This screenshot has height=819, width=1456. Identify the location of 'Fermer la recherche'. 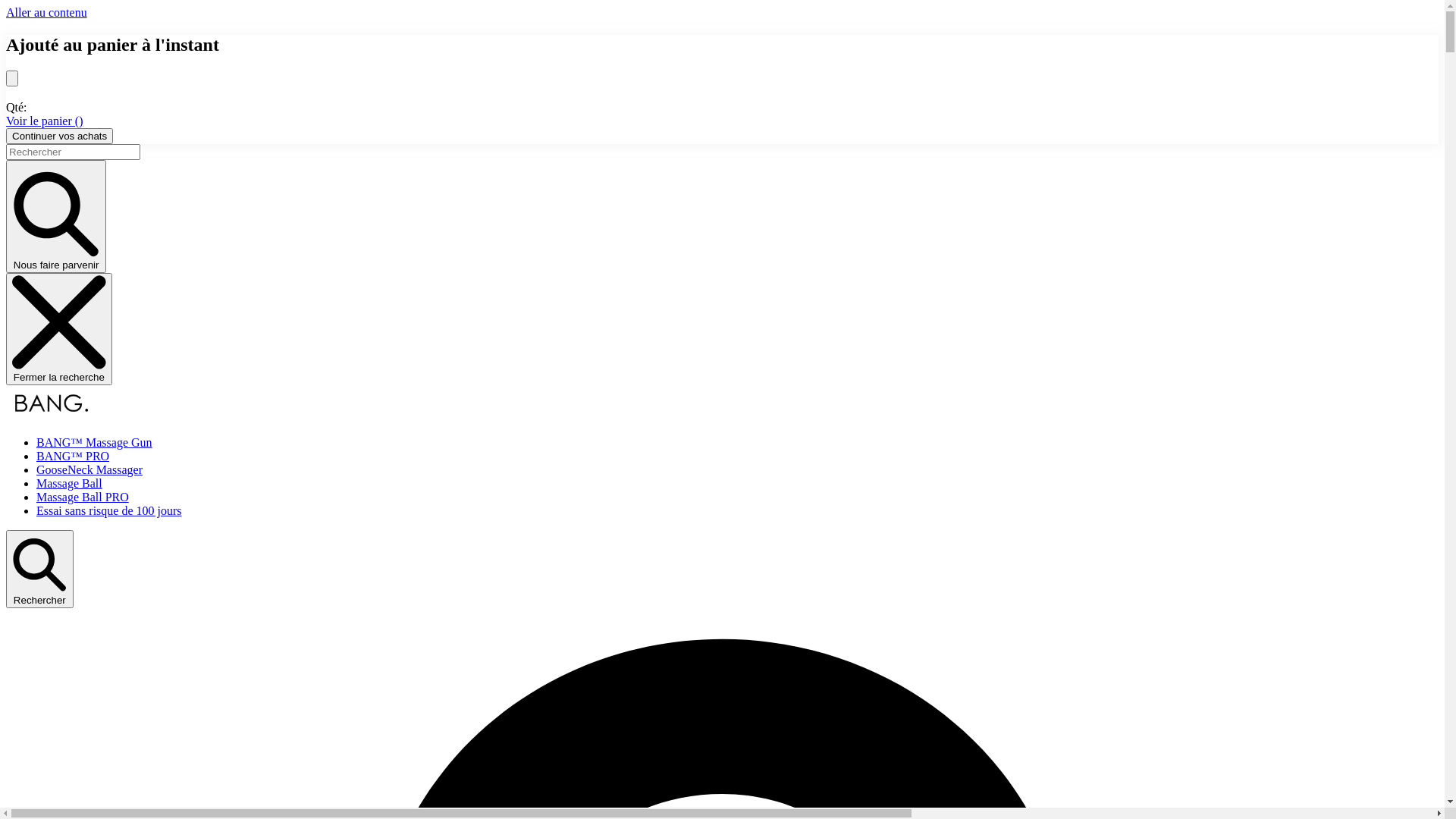
(6, 328).